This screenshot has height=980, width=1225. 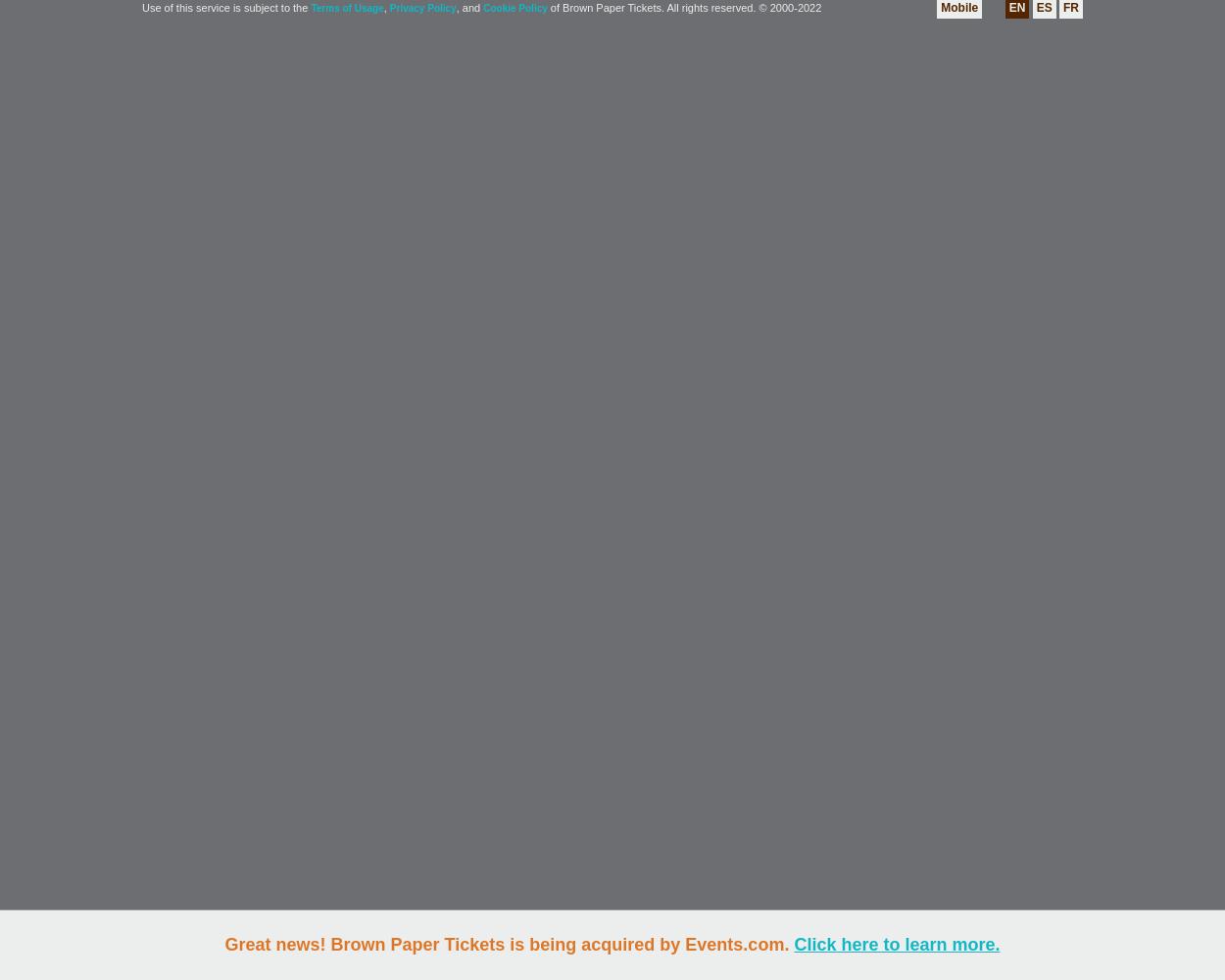 I want to click on 'Great news! Brown Paper Tickets is being acquired by Events.com.', so click(x=509, y=944).